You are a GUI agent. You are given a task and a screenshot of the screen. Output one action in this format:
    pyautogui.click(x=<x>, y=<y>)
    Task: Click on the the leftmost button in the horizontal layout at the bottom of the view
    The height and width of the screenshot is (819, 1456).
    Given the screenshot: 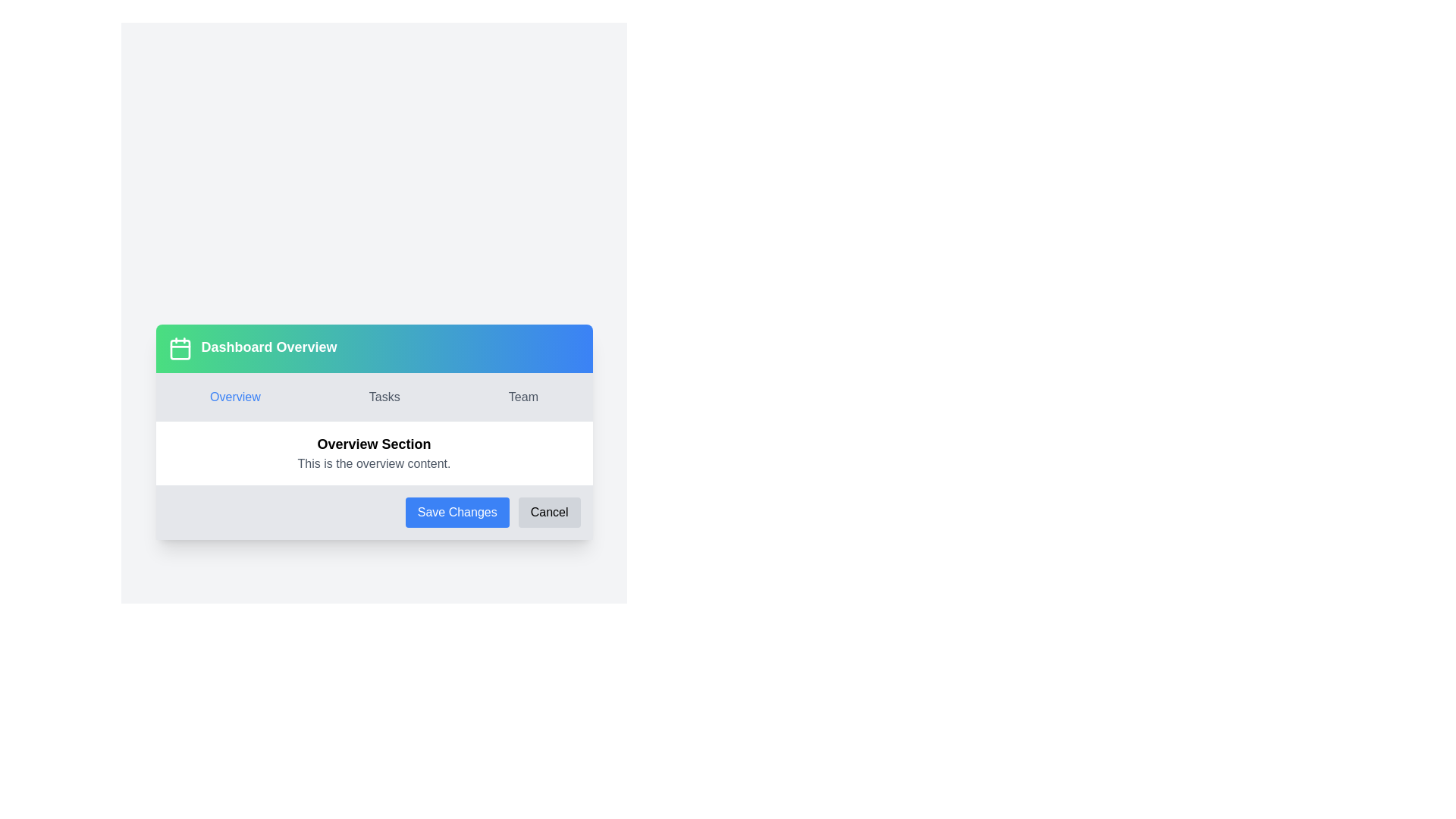 What is the action you would take?
    pyautogui.click(x=457, y=512)
    